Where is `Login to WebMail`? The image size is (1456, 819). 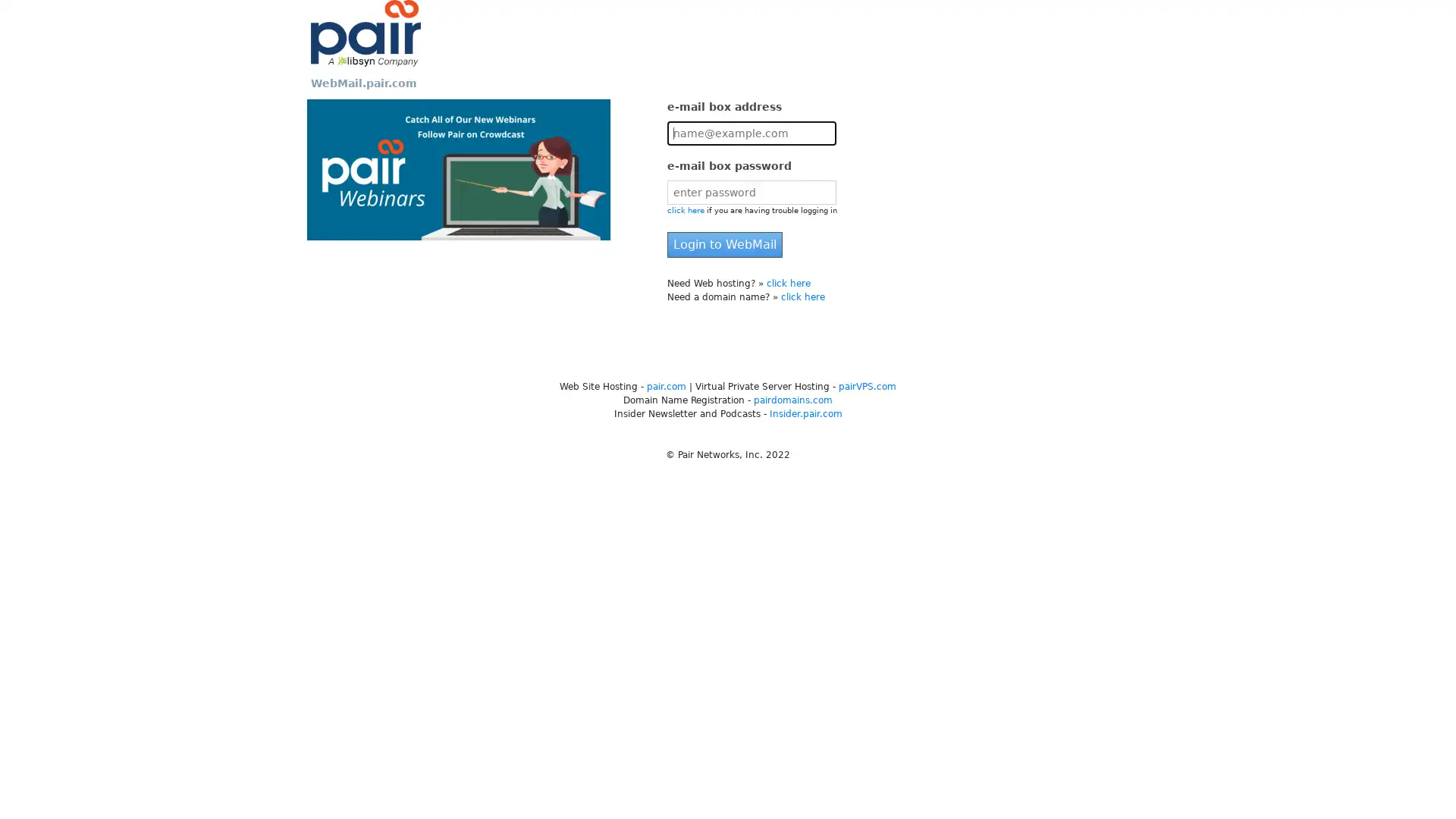 Login to WebMail is located at coordinates (723, 244).